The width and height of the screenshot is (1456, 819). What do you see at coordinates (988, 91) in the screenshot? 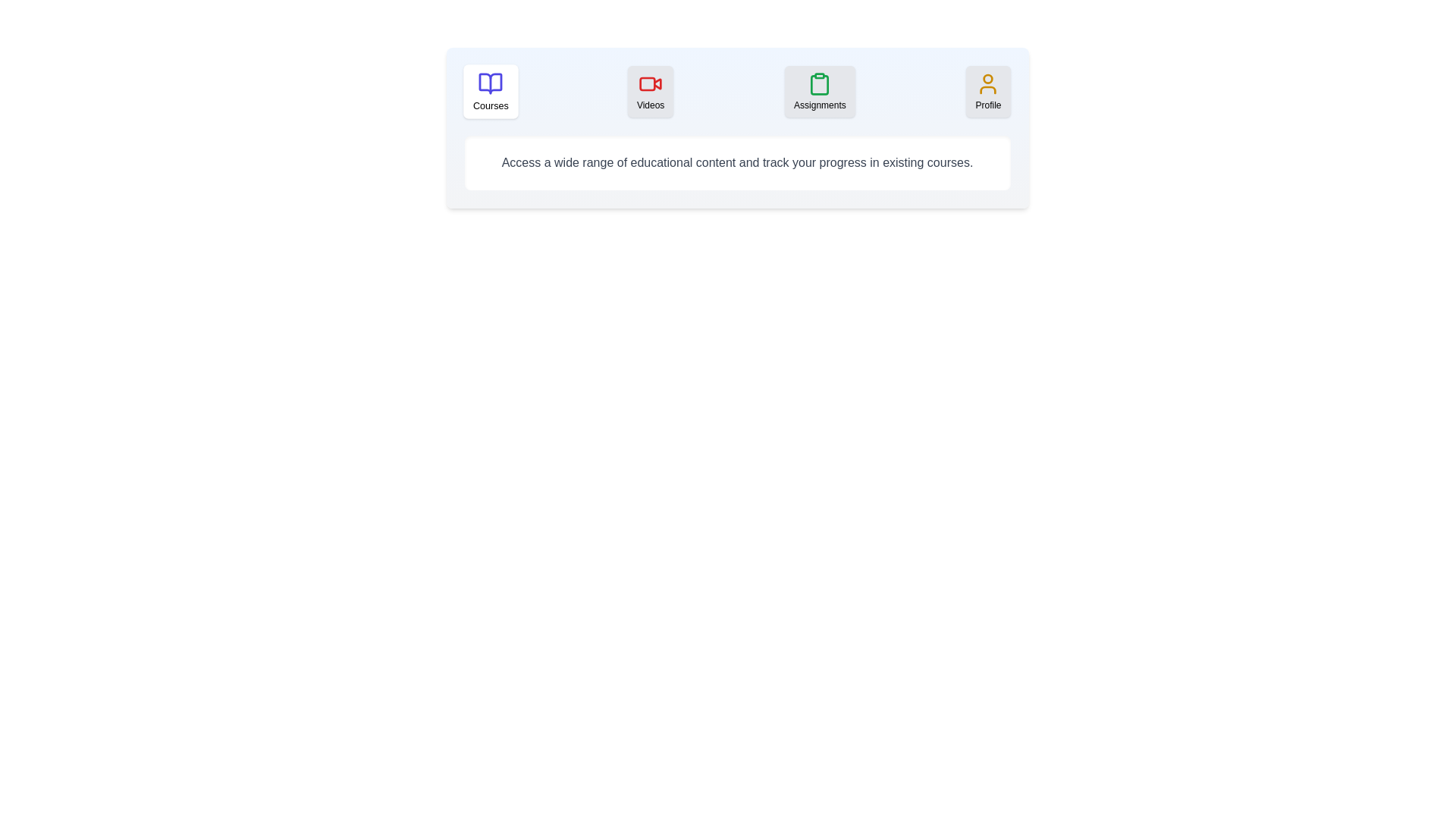
I see `the tab labeled Profile to observe its hover effect` at bounding box center [988, 91].